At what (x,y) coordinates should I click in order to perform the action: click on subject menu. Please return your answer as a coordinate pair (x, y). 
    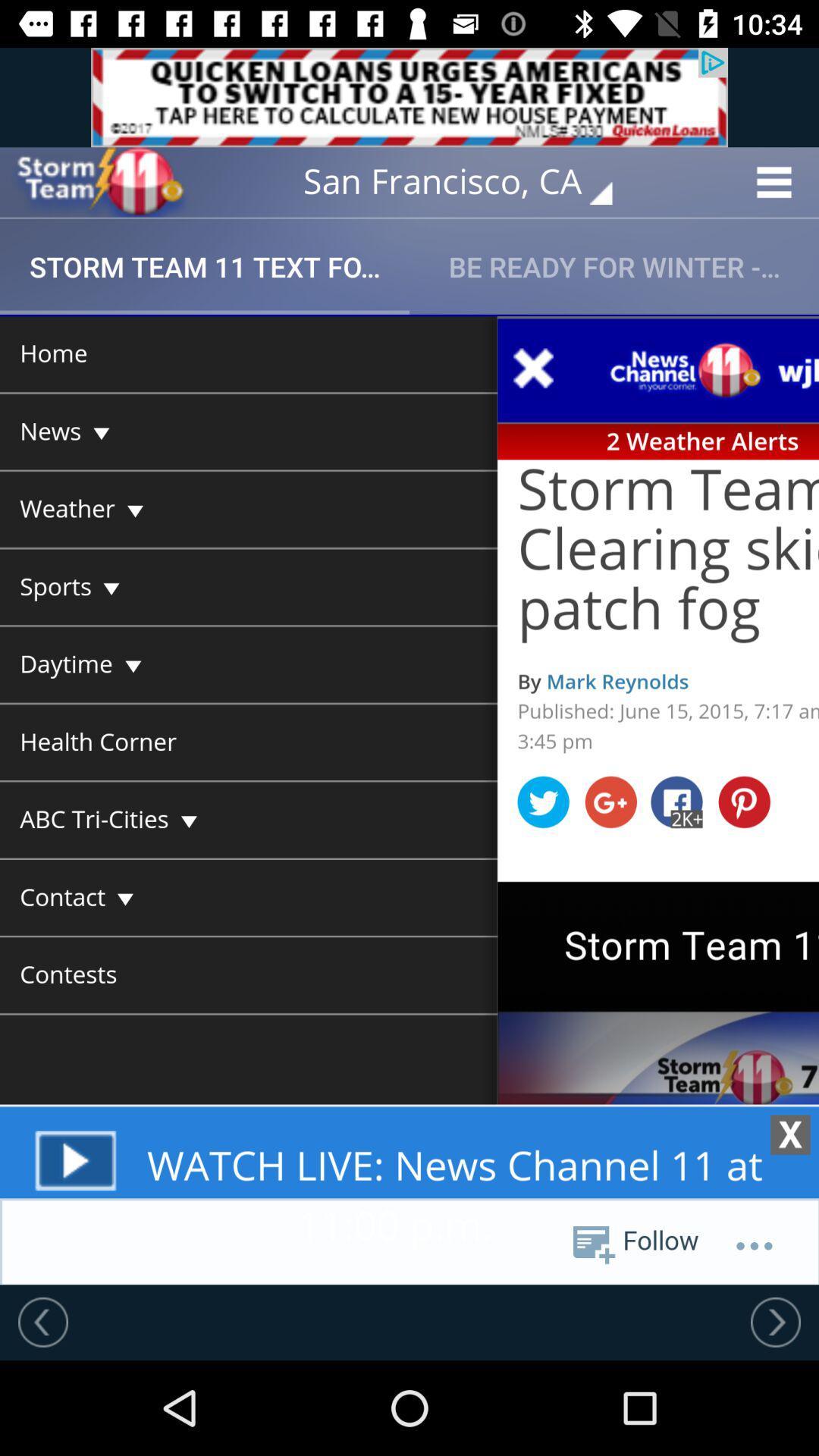
    Looking at the image, I should click on (409, 799).